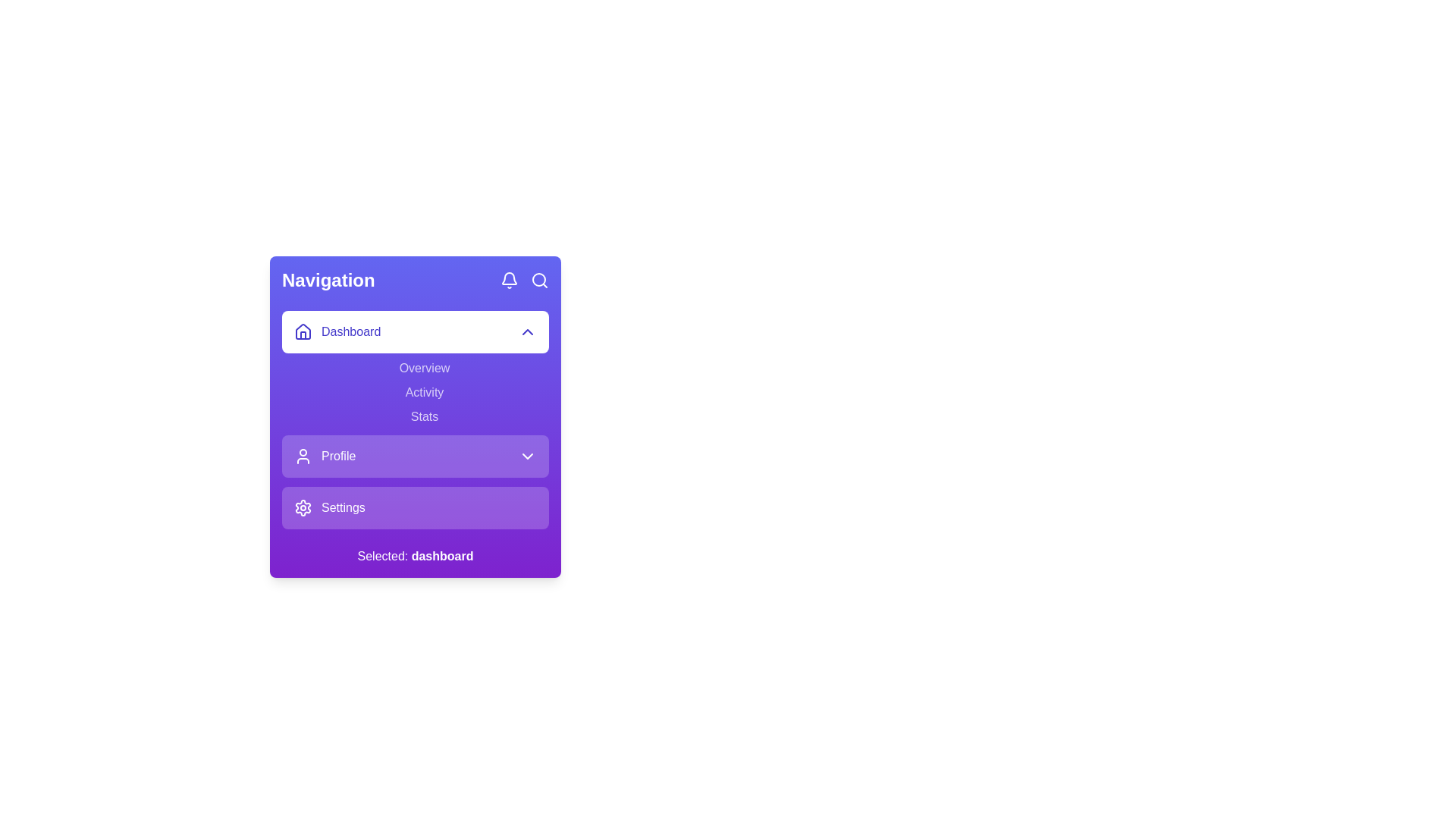 Image resolution: width=1456 pixels, height=819 pixels. What do you see at coordinates (303, 508) in the screenshot?
I see `the settings icon located in the navigation sidebar, which is positioned to the left of the text 'Settings'` at bounding box center [303, 508].